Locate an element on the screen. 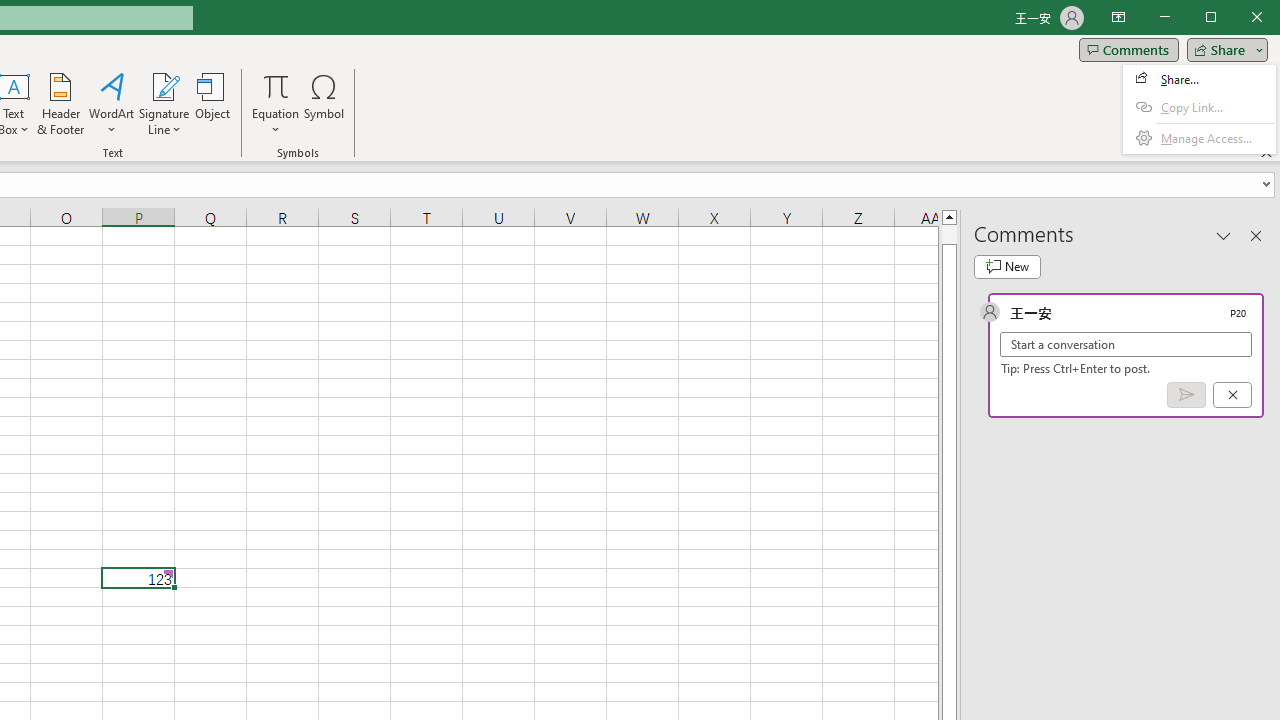 The height and width of the screenshot is (720, 1280). 'Post comment (Ctrl + Enter)' is located at coordinates (1186, 395).